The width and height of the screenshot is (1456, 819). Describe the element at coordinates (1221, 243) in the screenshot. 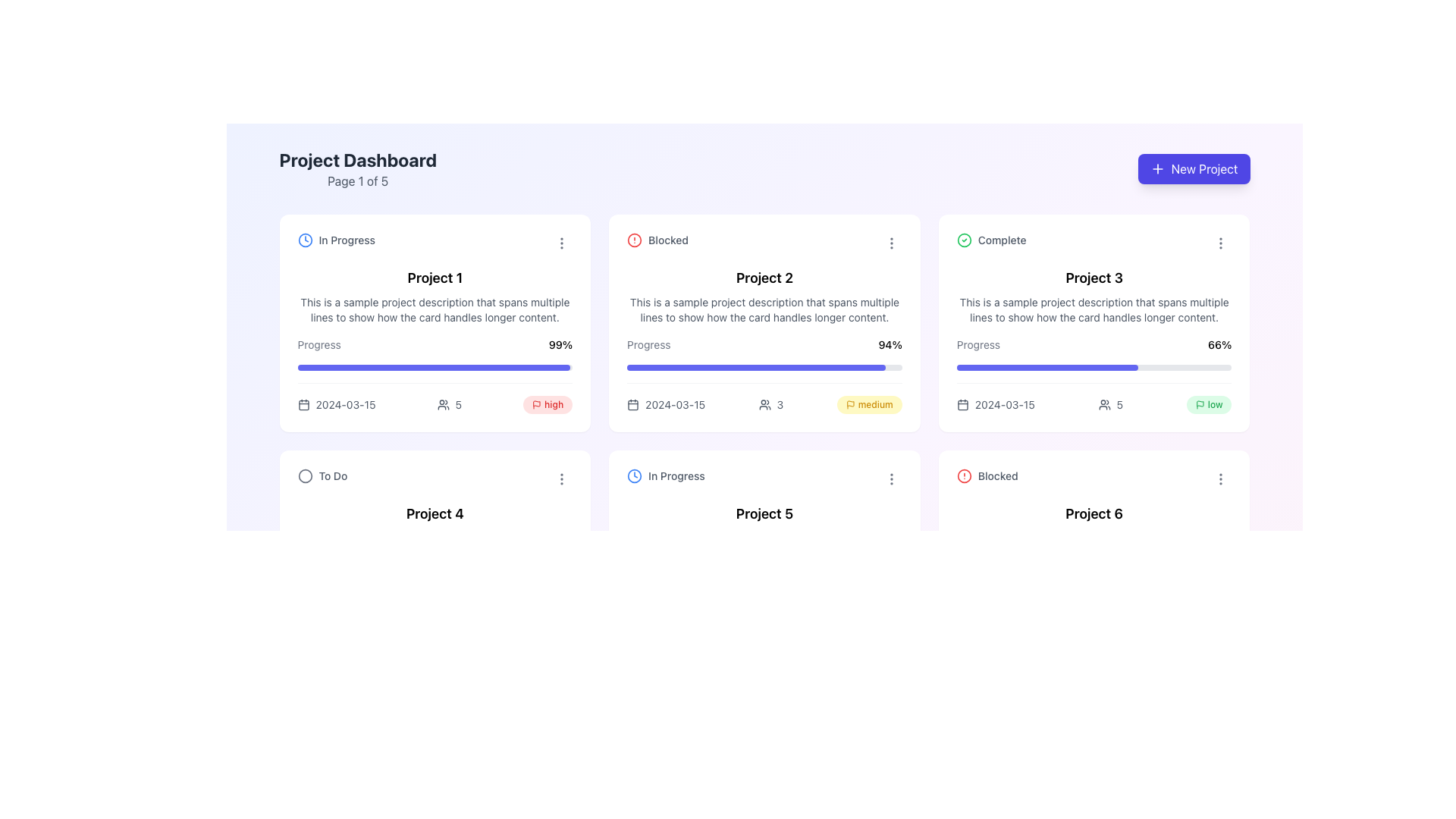

I see `the interactive icon located in the top-right corner of the 'Project 3' card` at that location.